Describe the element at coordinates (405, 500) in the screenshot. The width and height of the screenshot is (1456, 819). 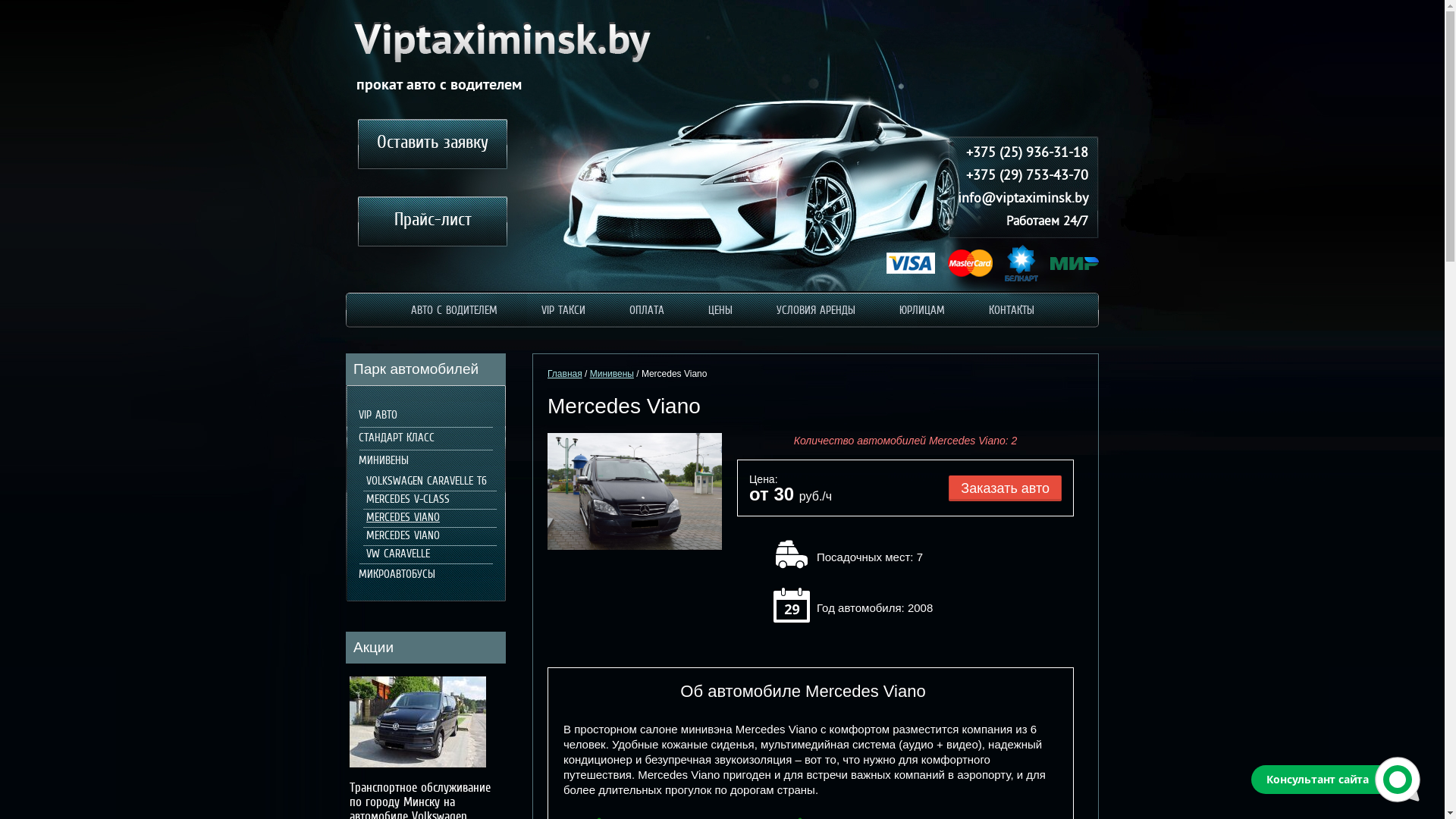
I see `'MERCEDES V-CLASS'` at that location.